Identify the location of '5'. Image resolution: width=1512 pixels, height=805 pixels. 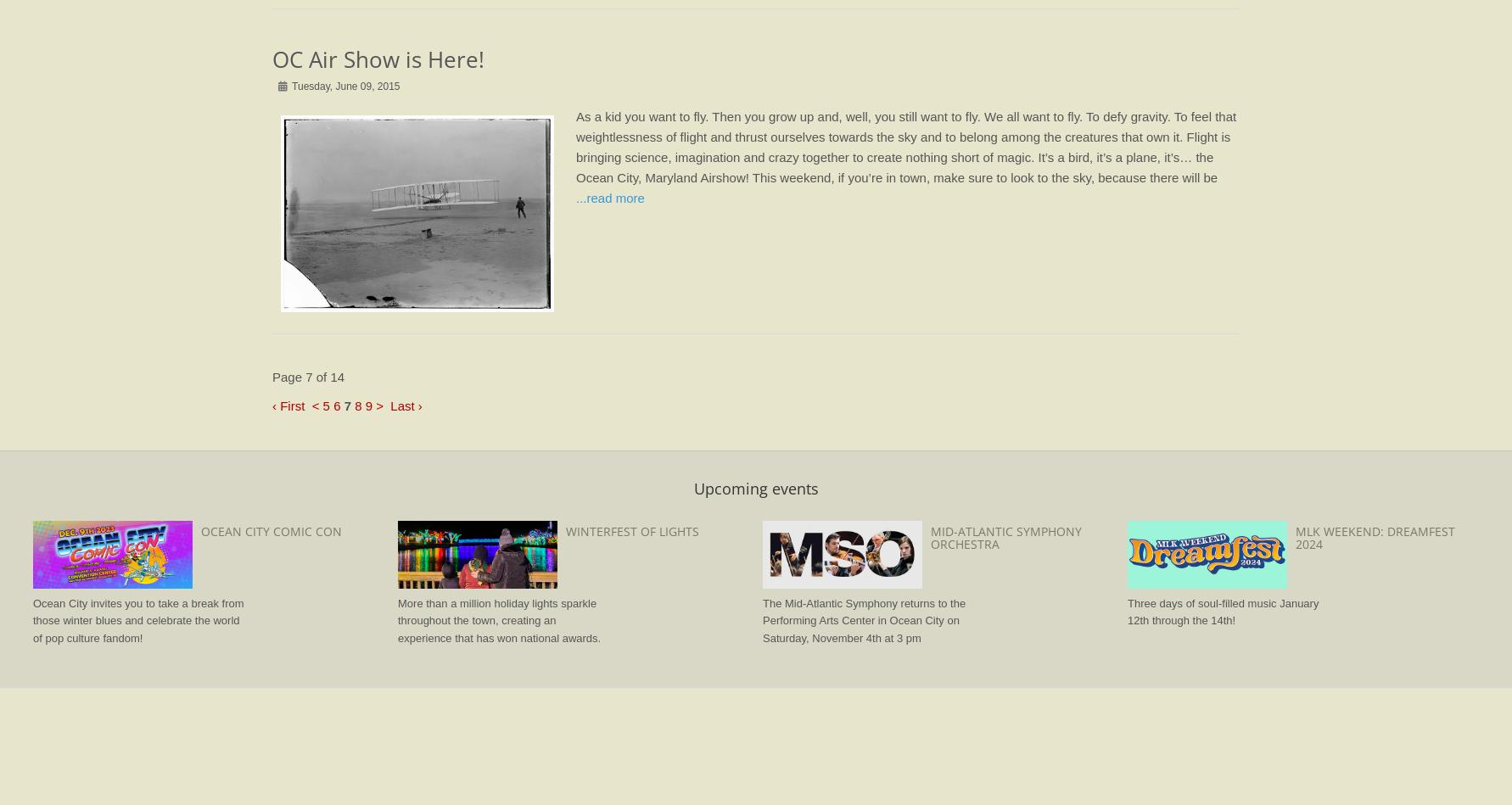
(326, 404).